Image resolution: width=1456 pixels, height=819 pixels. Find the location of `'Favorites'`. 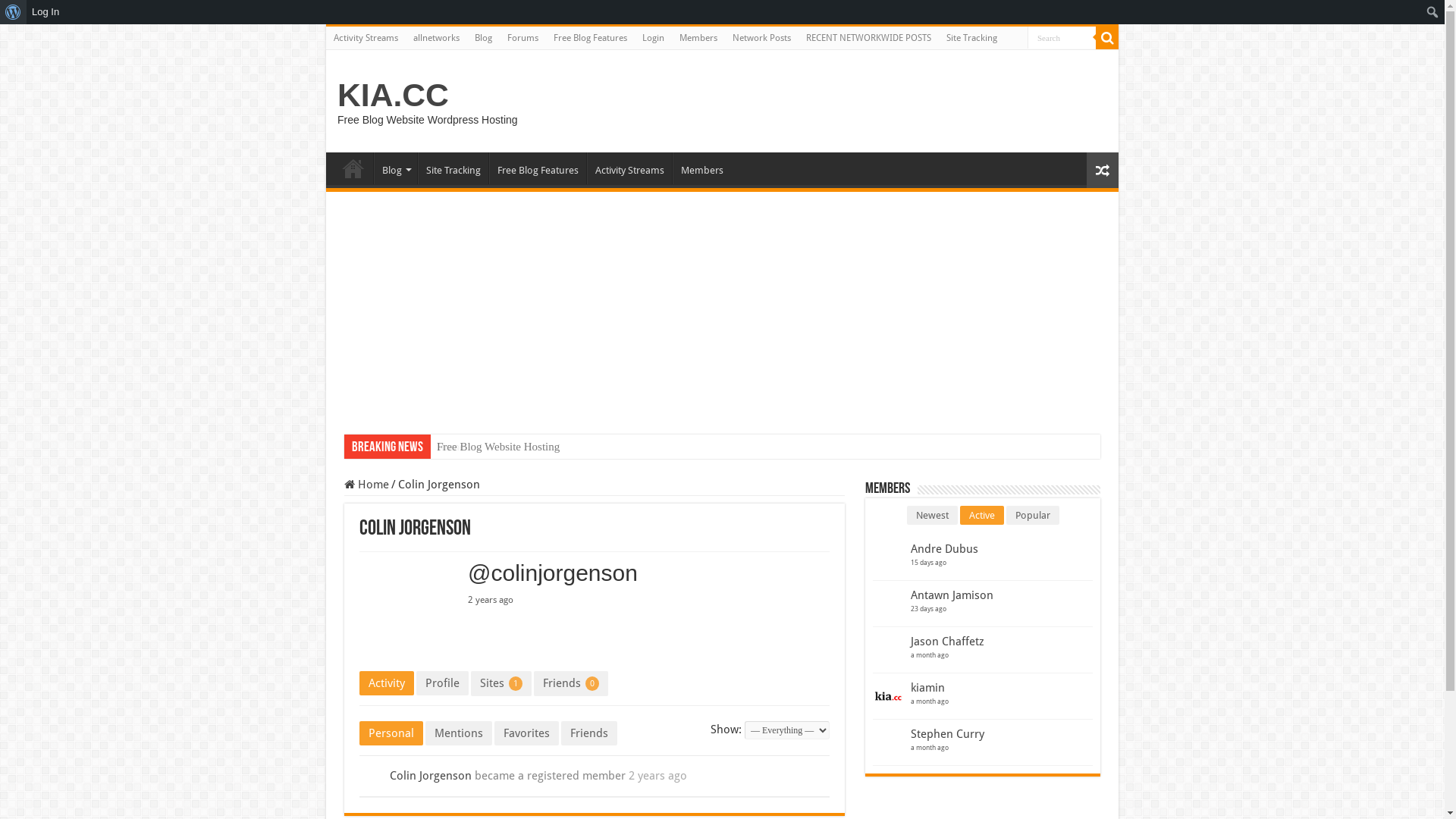

'Favorites' is located at coordinates (526, 733).